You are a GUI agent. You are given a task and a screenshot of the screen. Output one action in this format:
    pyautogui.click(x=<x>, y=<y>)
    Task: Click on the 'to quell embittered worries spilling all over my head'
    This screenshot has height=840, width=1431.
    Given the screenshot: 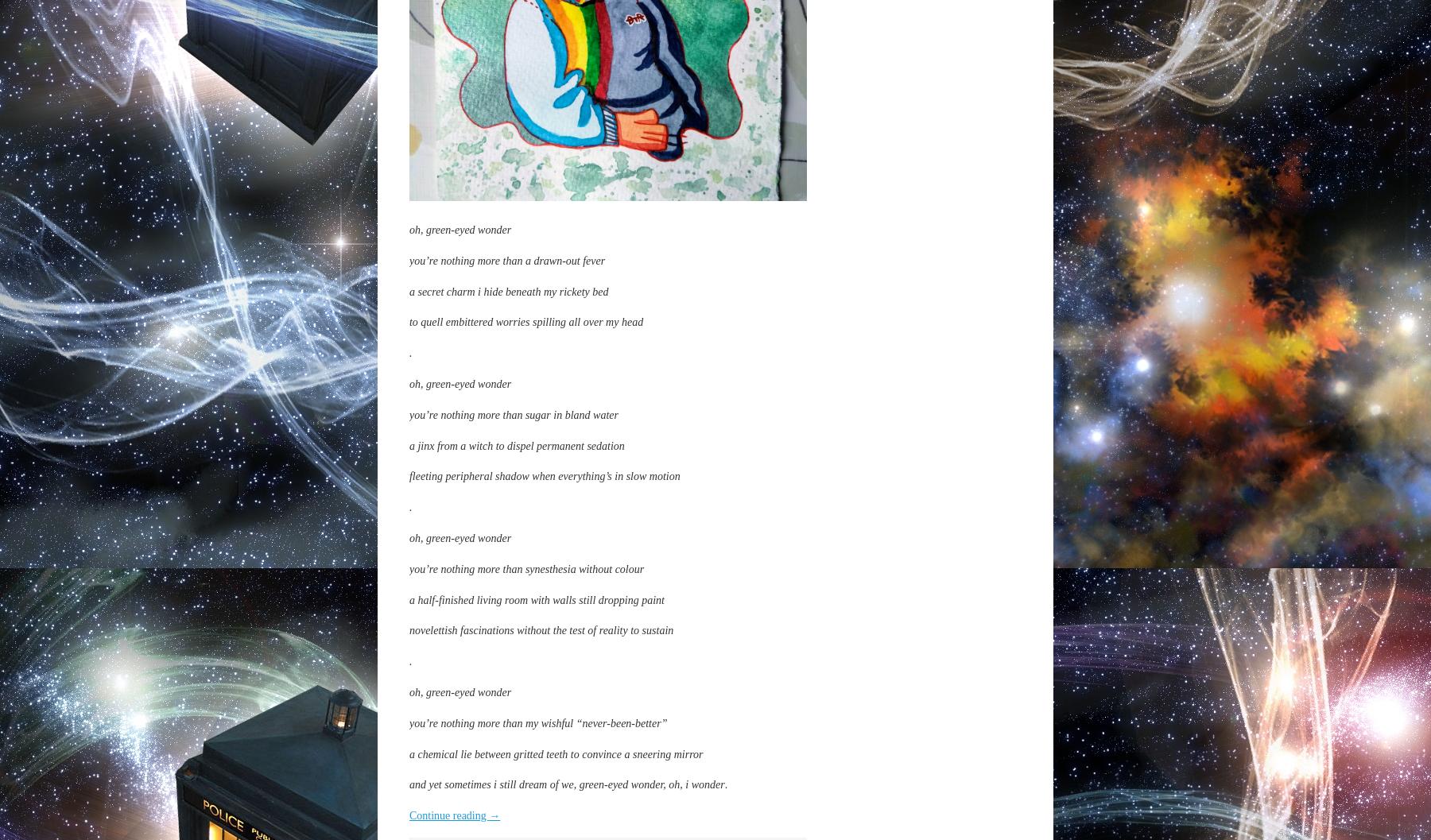 What is the action you would take?
    pyautogui.click(x=525, y=321)
    